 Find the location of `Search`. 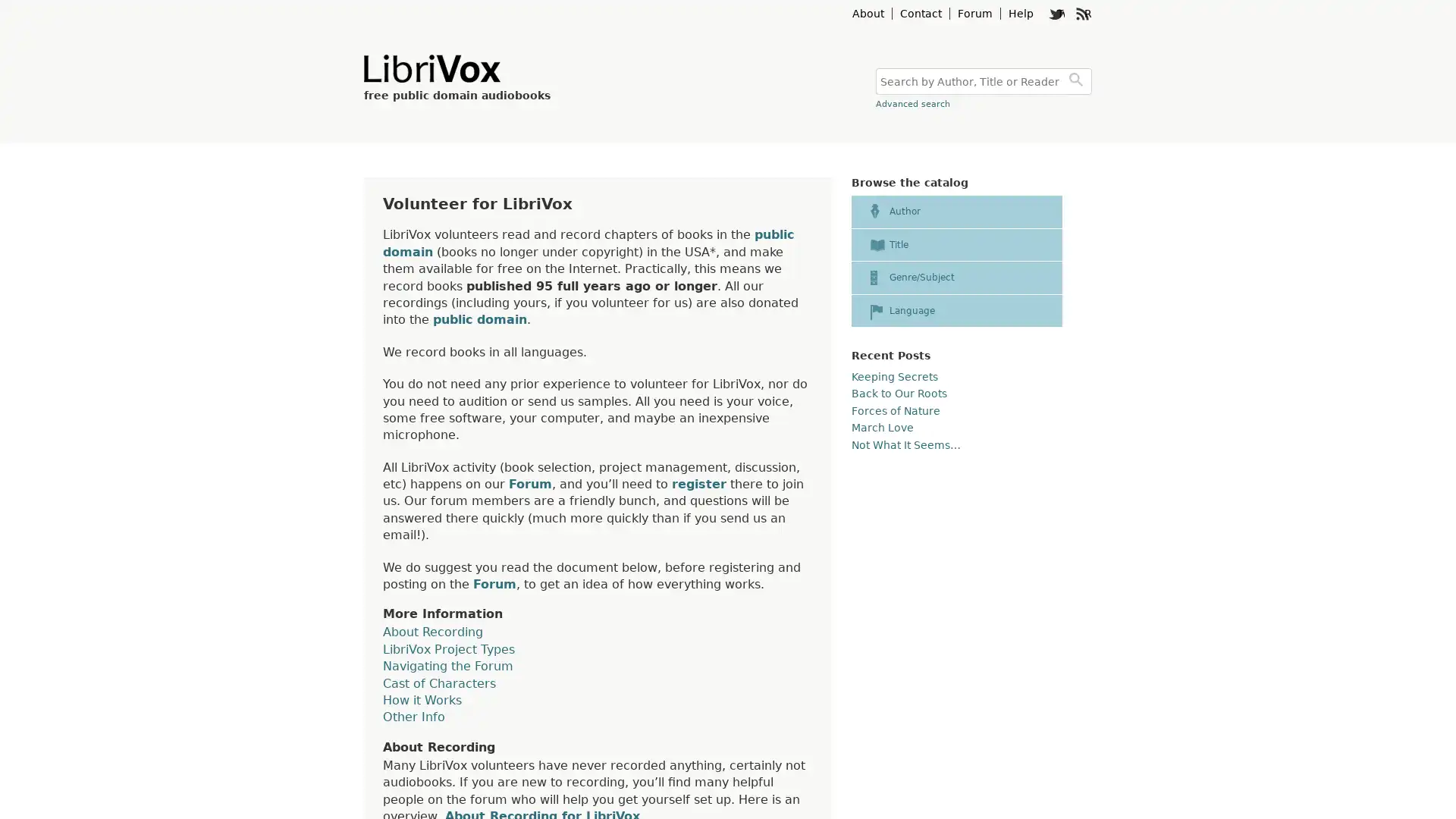

Search is located at coordinates (1078, 81).